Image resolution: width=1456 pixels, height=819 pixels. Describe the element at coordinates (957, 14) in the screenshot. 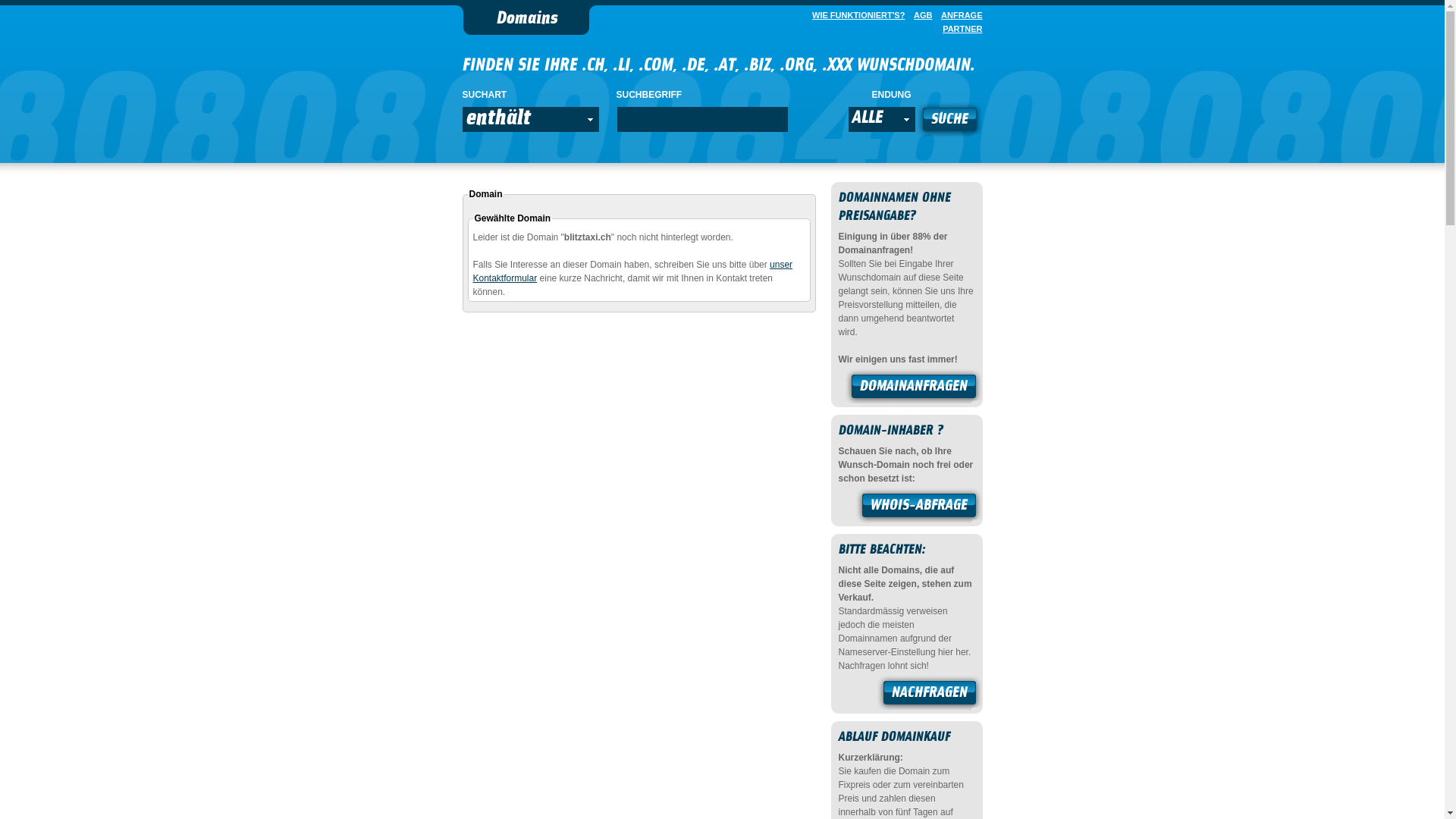

I see `'ANFRAGE'` at that location.